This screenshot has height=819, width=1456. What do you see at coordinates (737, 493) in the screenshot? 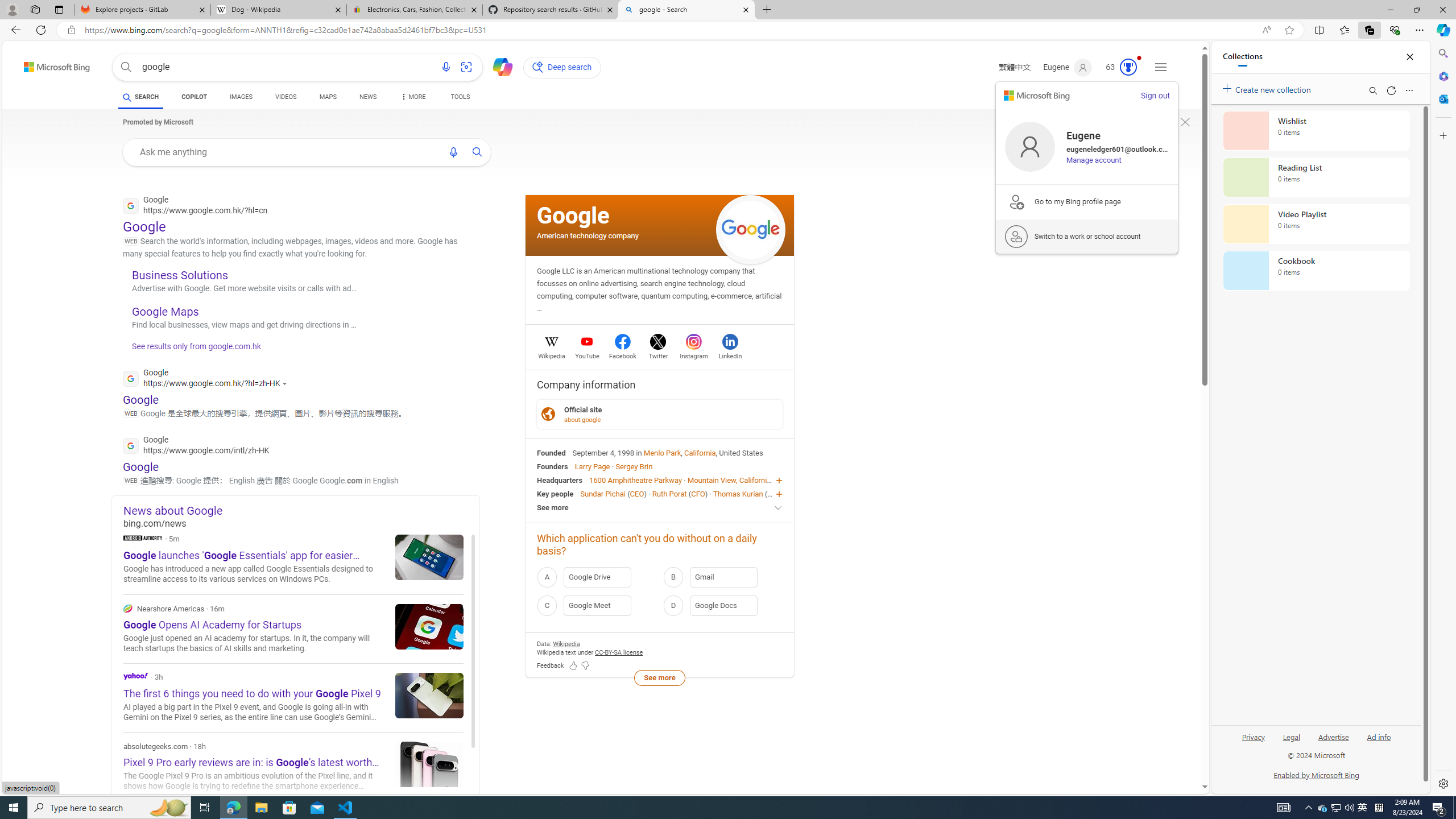
I see `'Thomas Kurian'` at bounding box center [737, 493].